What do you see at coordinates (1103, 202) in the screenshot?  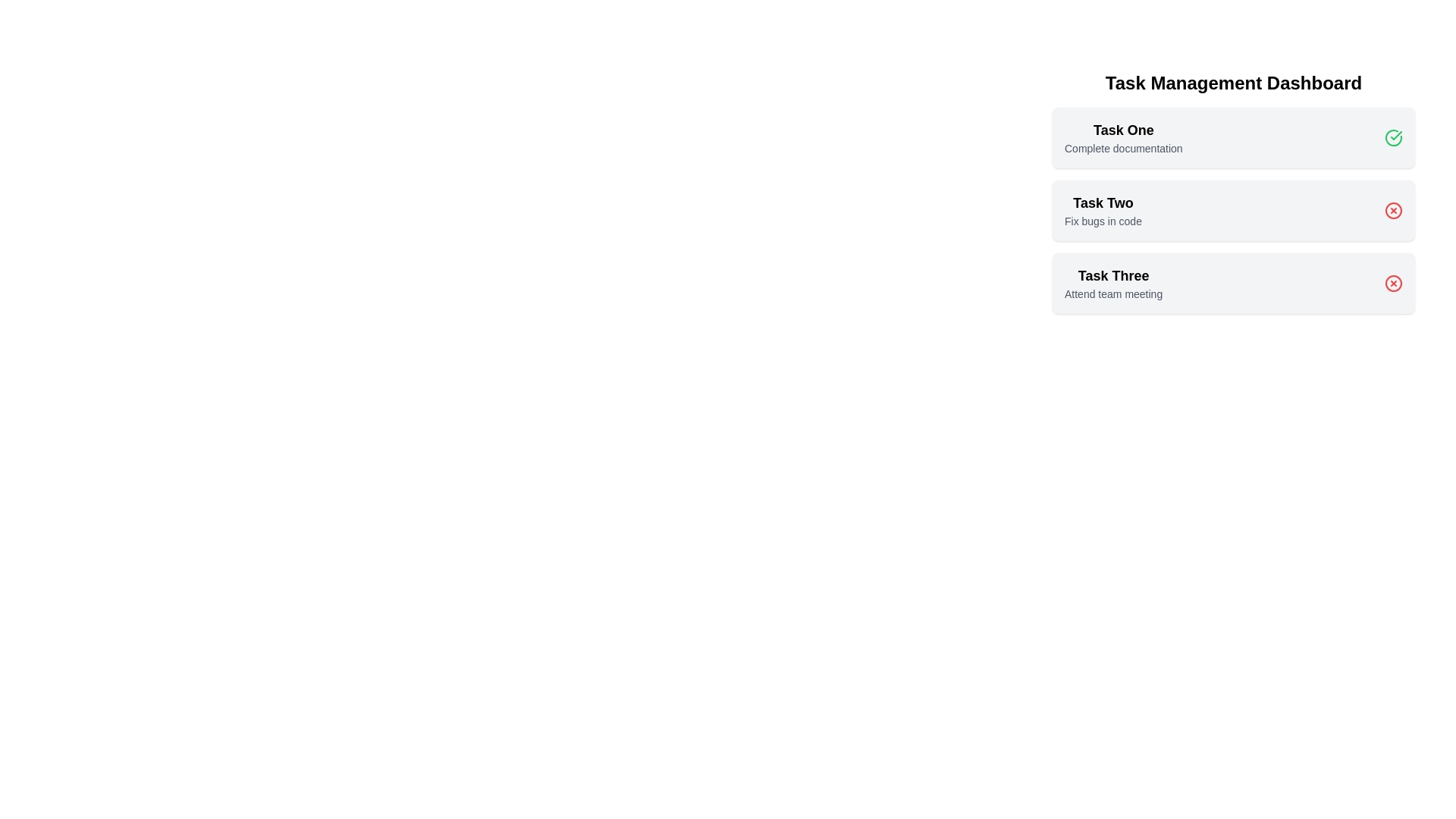 I see `the task title Task Two to highlight it` at bounding box center [1103, 202].